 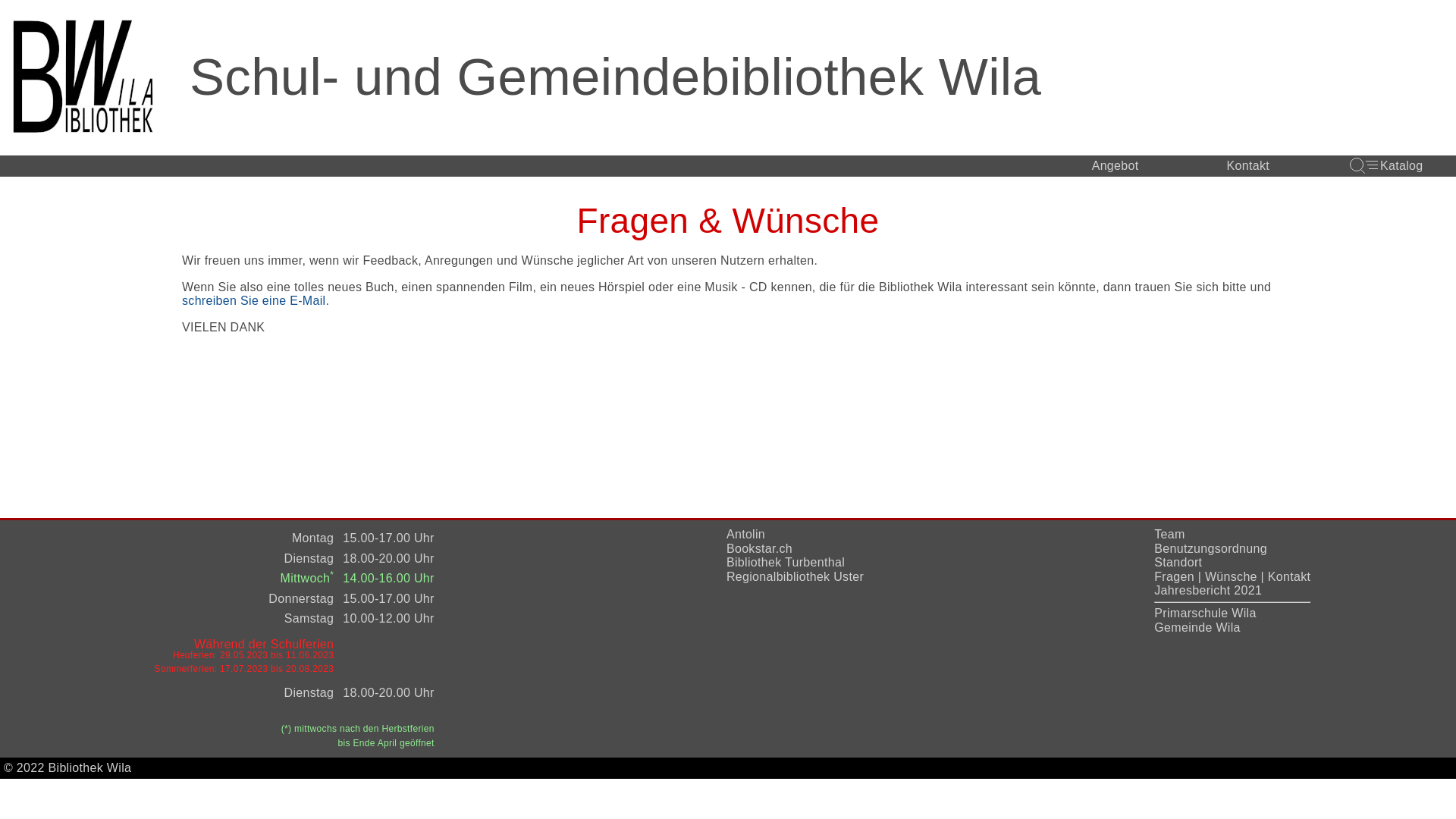 What do you see at coordinates (1168, 533) in the screenshot?
I see `'Team'` at bounding box center [1168, 533].